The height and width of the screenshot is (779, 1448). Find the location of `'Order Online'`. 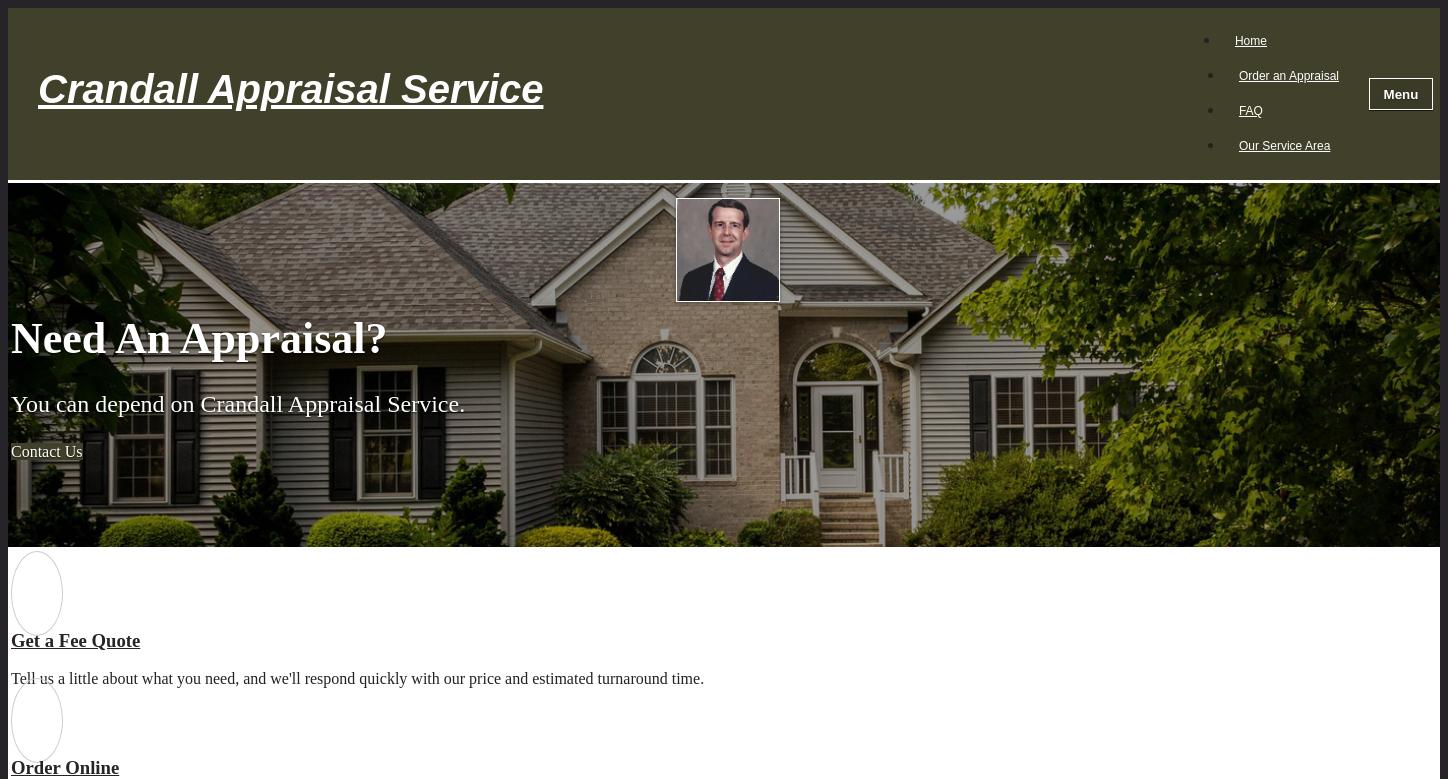

'Order Online' is located at coordinates (11, 766).